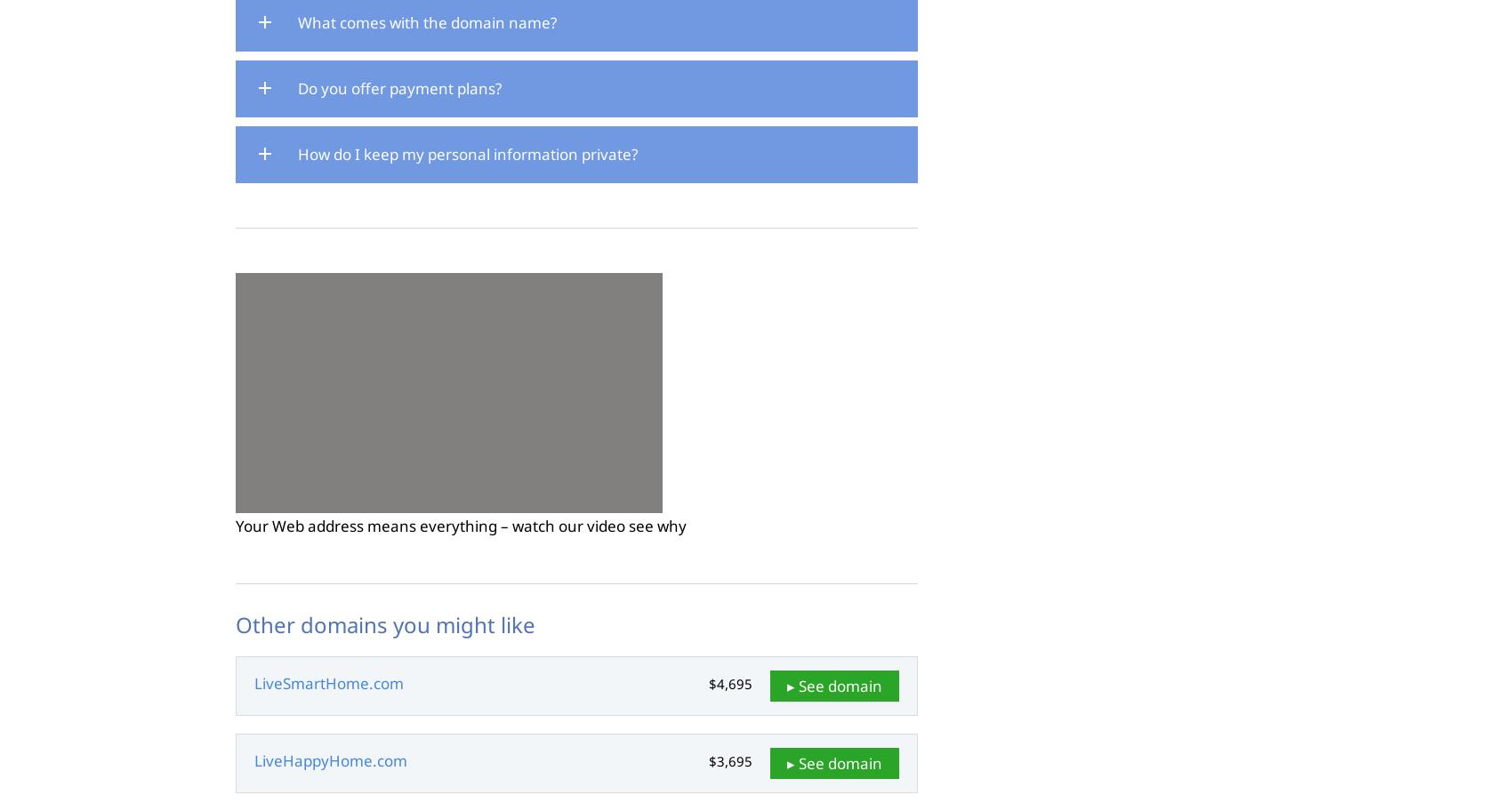 The height and width of the screenshot is (803, 1512). Describe the element at coordinates (707, 761) in the screenshot. I see `'$3,695'` at that location.